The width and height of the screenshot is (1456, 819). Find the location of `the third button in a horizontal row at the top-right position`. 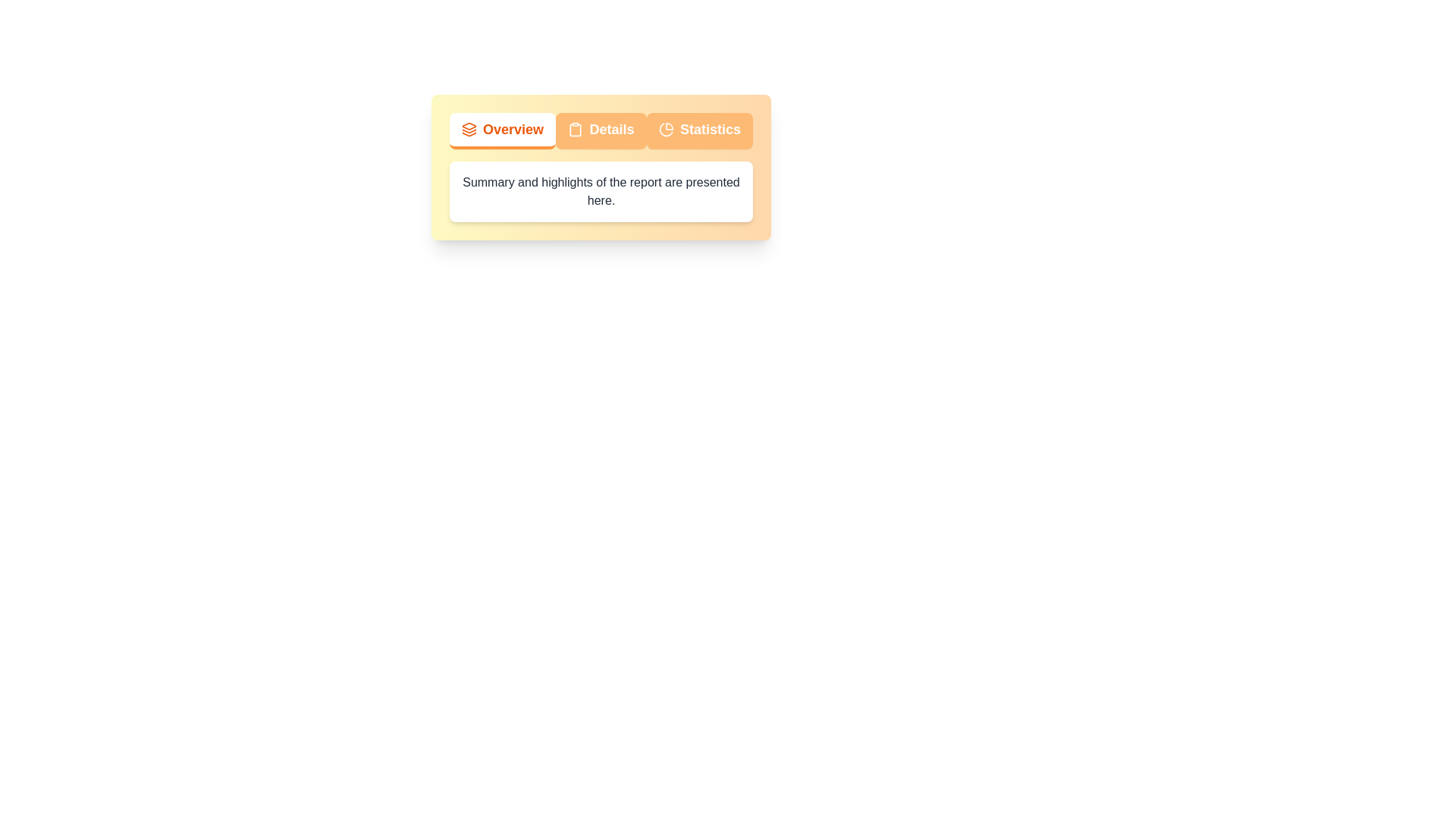

the third button in a horizontal row at the top-right position is located at coordinates (698, 130).